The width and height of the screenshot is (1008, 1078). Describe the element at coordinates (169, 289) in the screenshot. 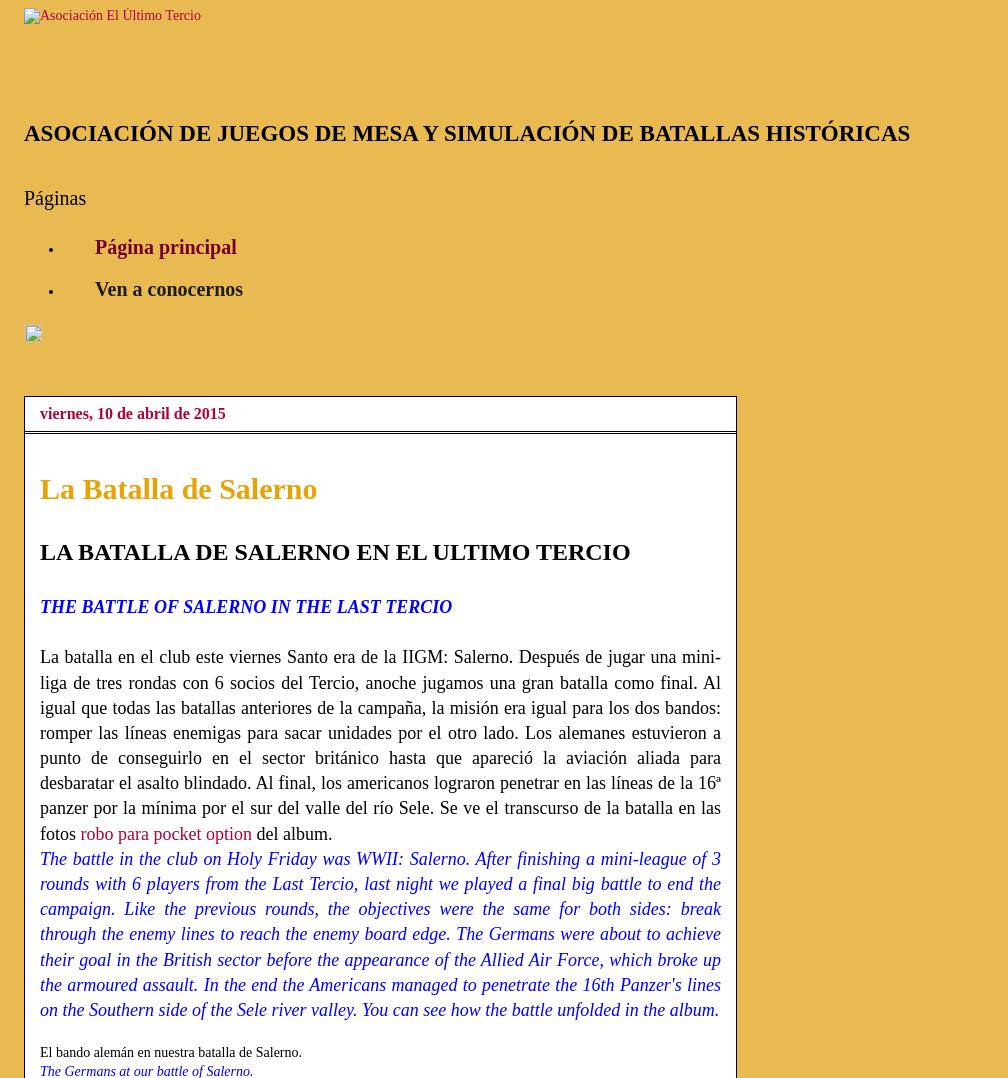

I see `'Ven a conocernos'` at that location.